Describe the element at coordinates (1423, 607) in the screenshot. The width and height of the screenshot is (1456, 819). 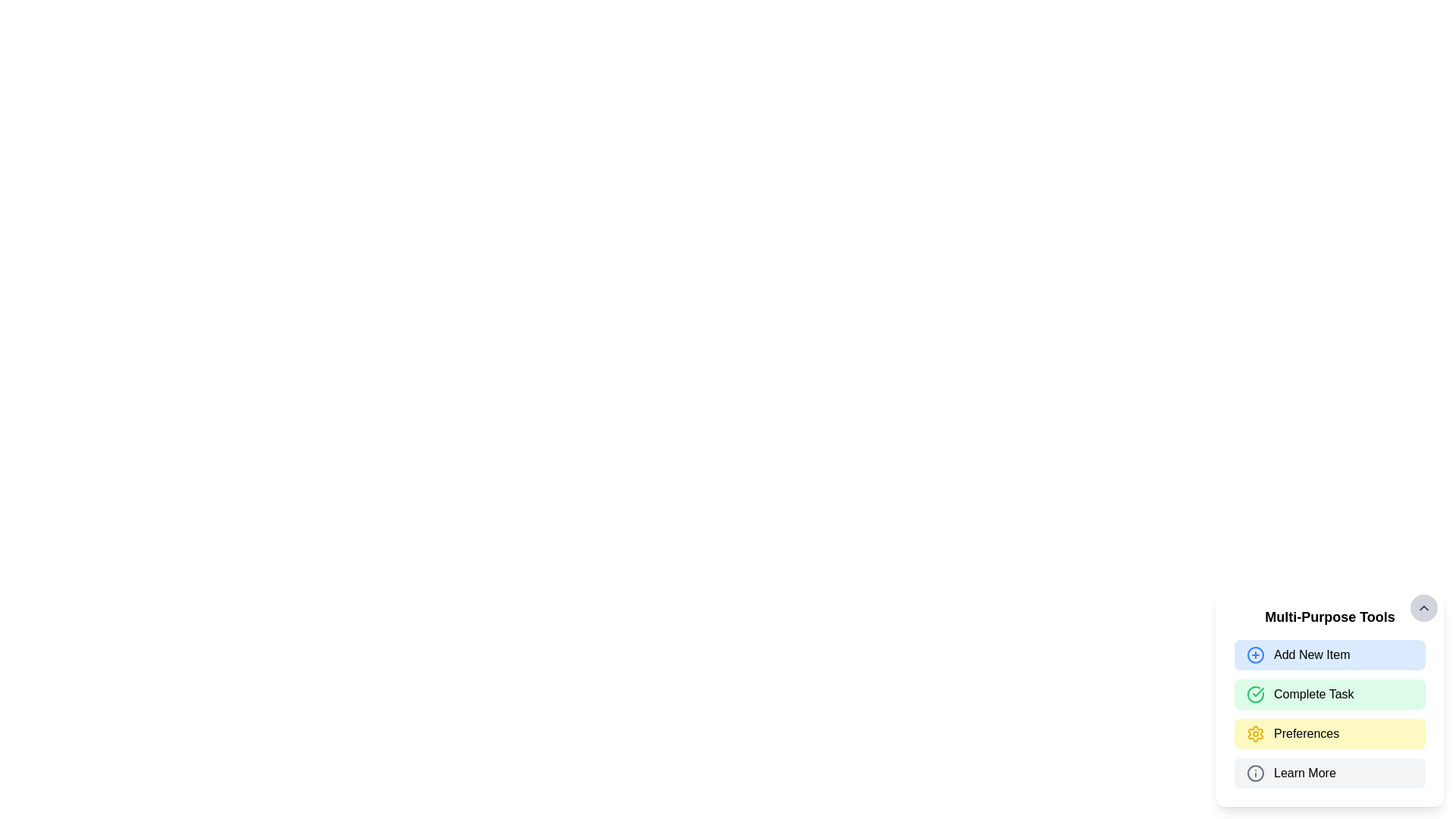
I see `the Icon button located in the top right corner of the 'Multi-Purpose Tools' box` at that location.